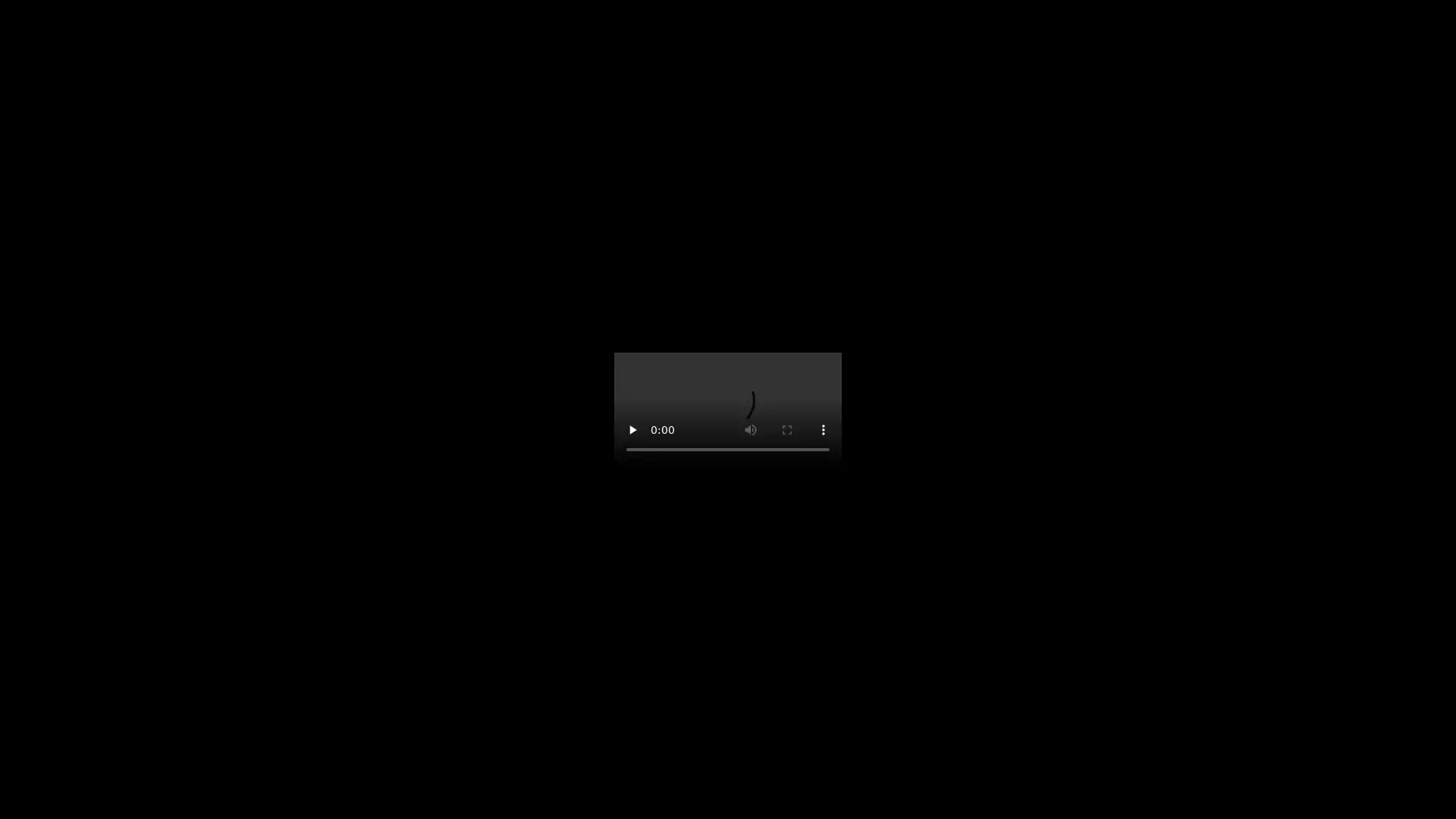 This screenshot has width=1456, height=819. I want to click on show more media controls, so click(822, 430).